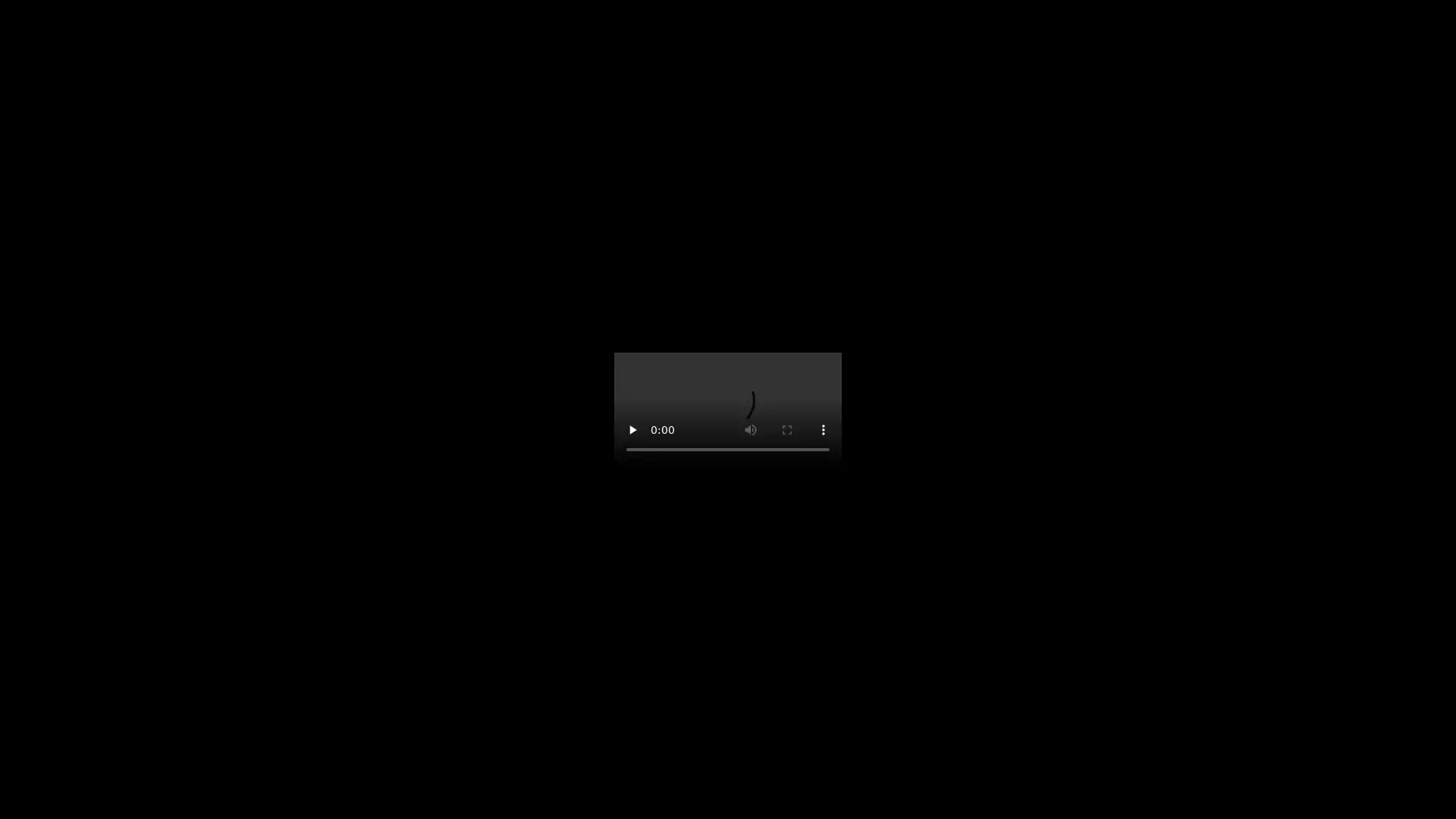 This screenshot has width=1456, height=819. I want to click on show more media controls, so click(822, 430).